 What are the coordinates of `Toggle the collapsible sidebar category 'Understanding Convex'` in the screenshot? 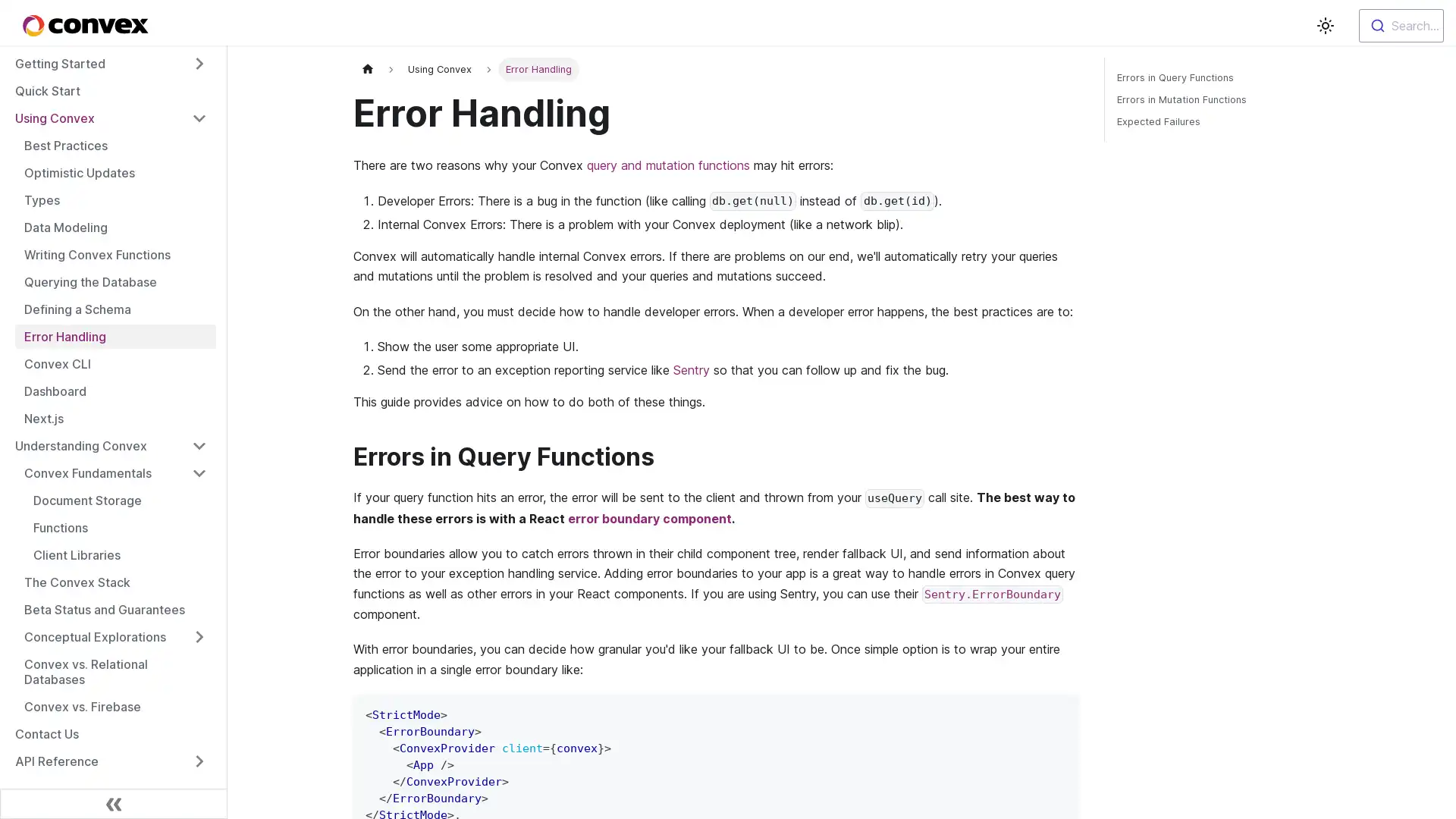 It's located at (199, 444).